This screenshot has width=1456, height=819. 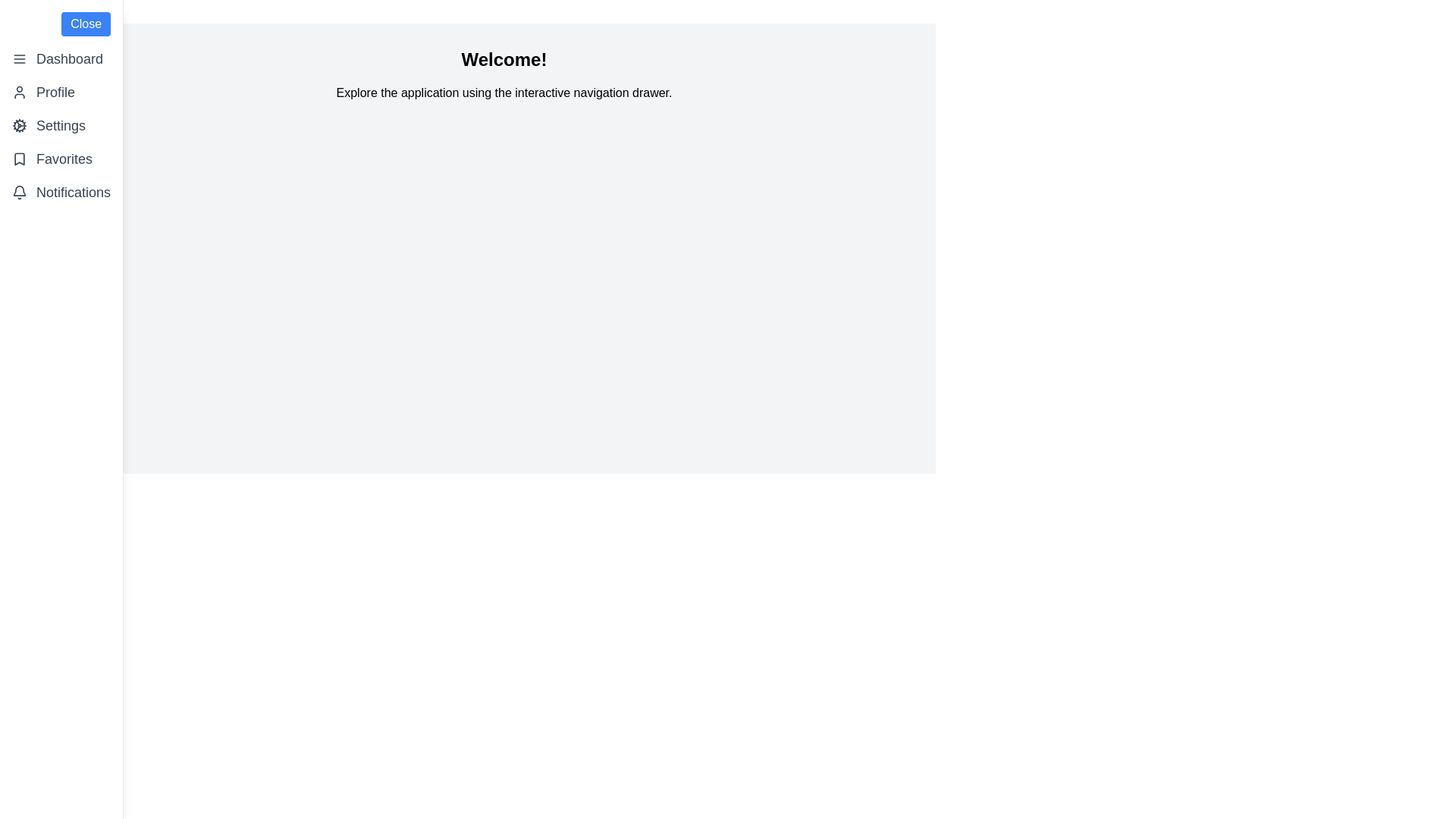 I want to click on 'Close' button to toggle the drawer's visibility, so click(x=85, y=24).